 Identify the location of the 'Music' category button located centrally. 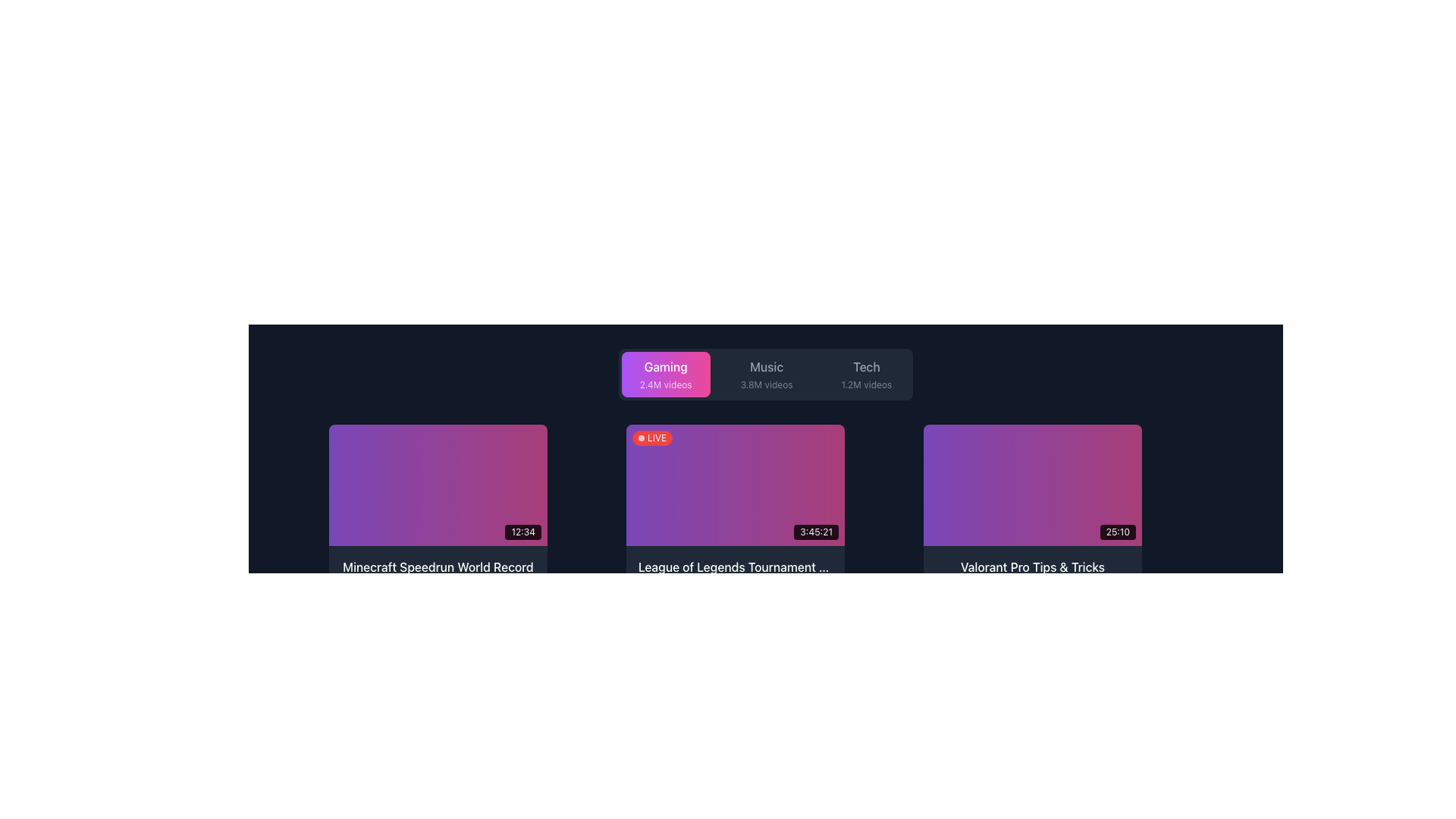
(765, 374).